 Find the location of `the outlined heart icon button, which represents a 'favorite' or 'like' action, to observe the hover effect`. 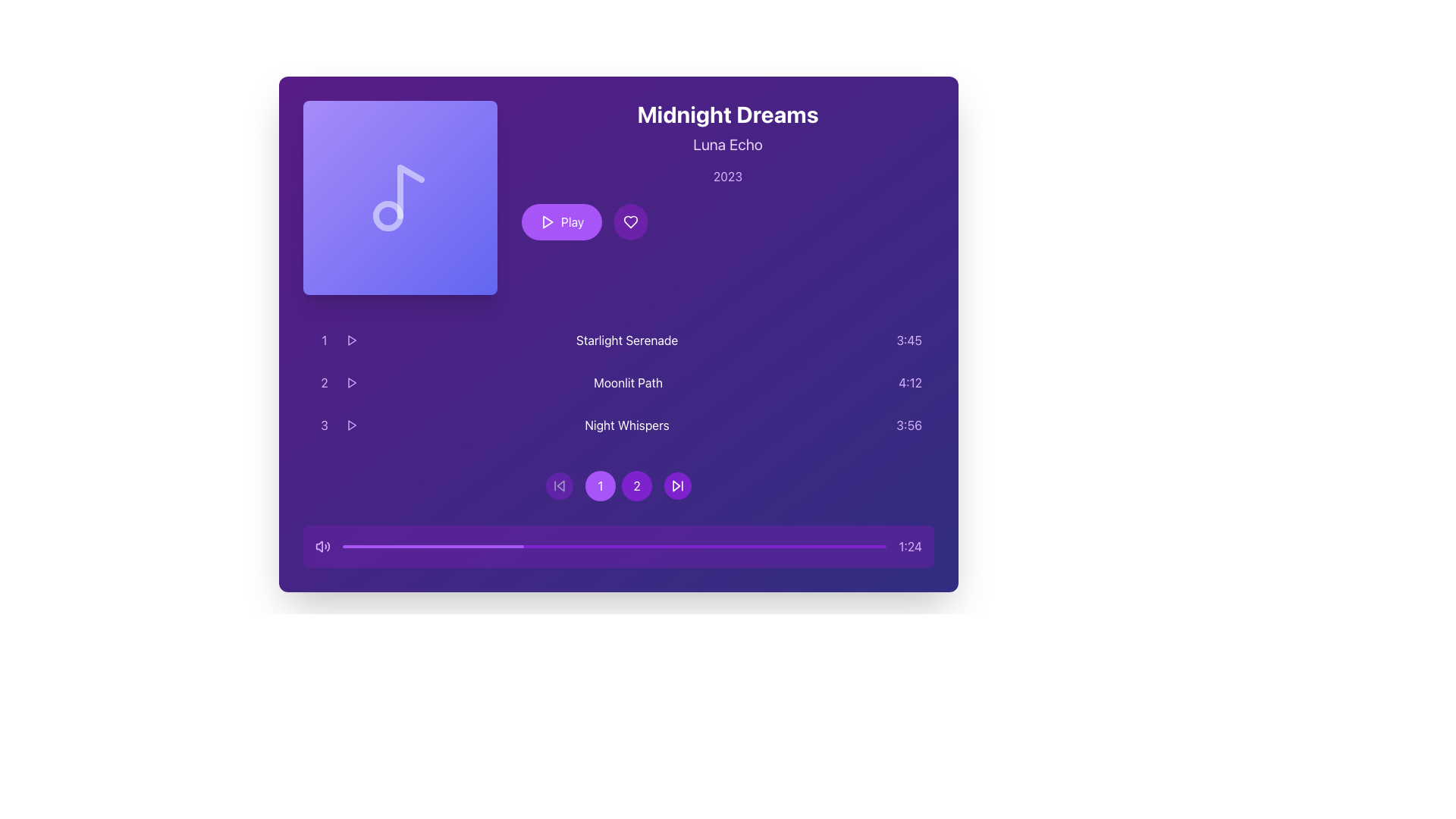

the outlined heart icon button, which represents a 'favorite' or 'like' action, to observe the hover effect is located at coordinates (631, 222).